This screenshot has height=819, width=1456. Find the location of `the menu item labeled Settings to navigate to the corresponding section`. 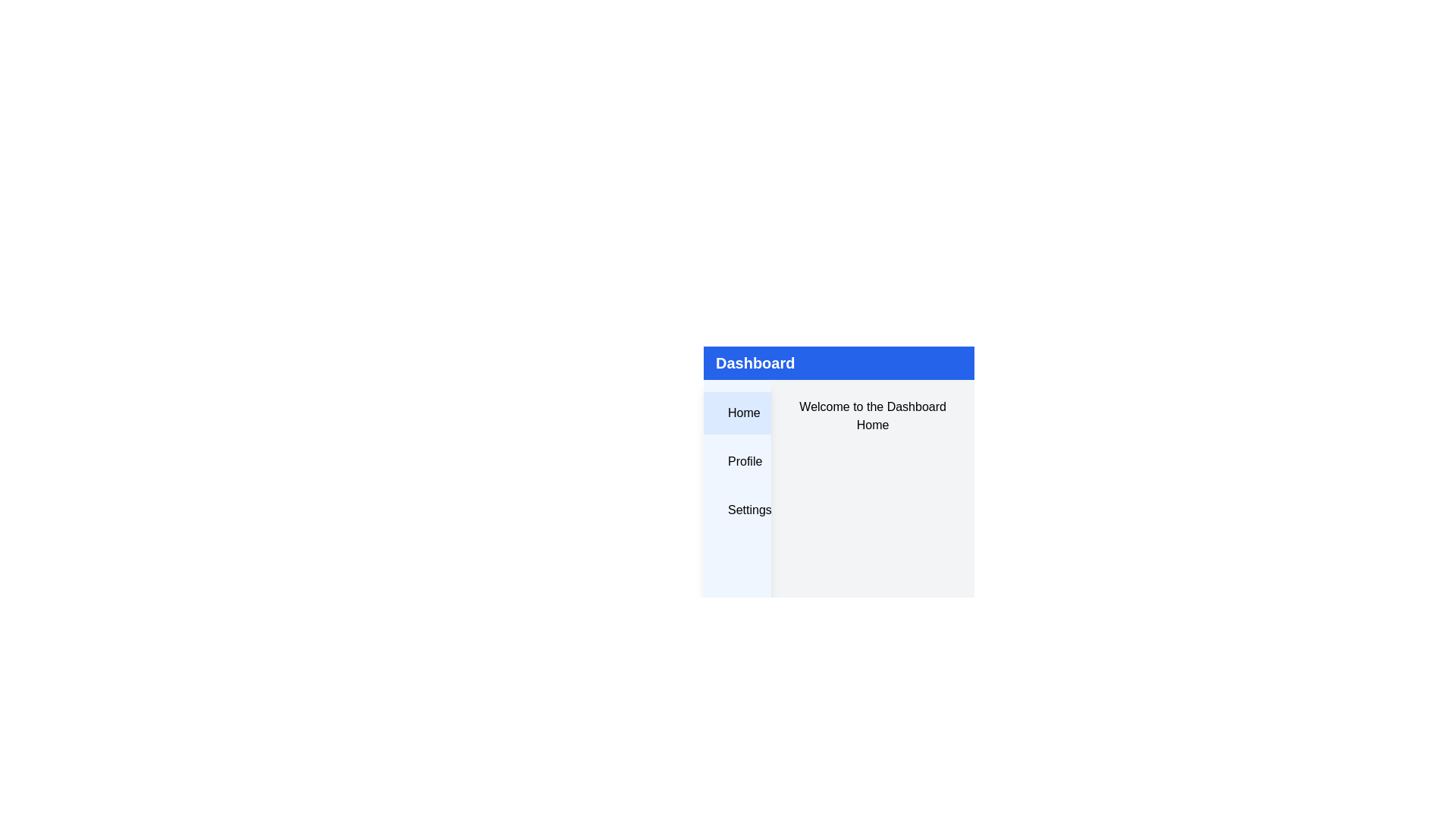

the menu item labeled Settings to navigate to the corresponding section is located at coordinates (736, 510).